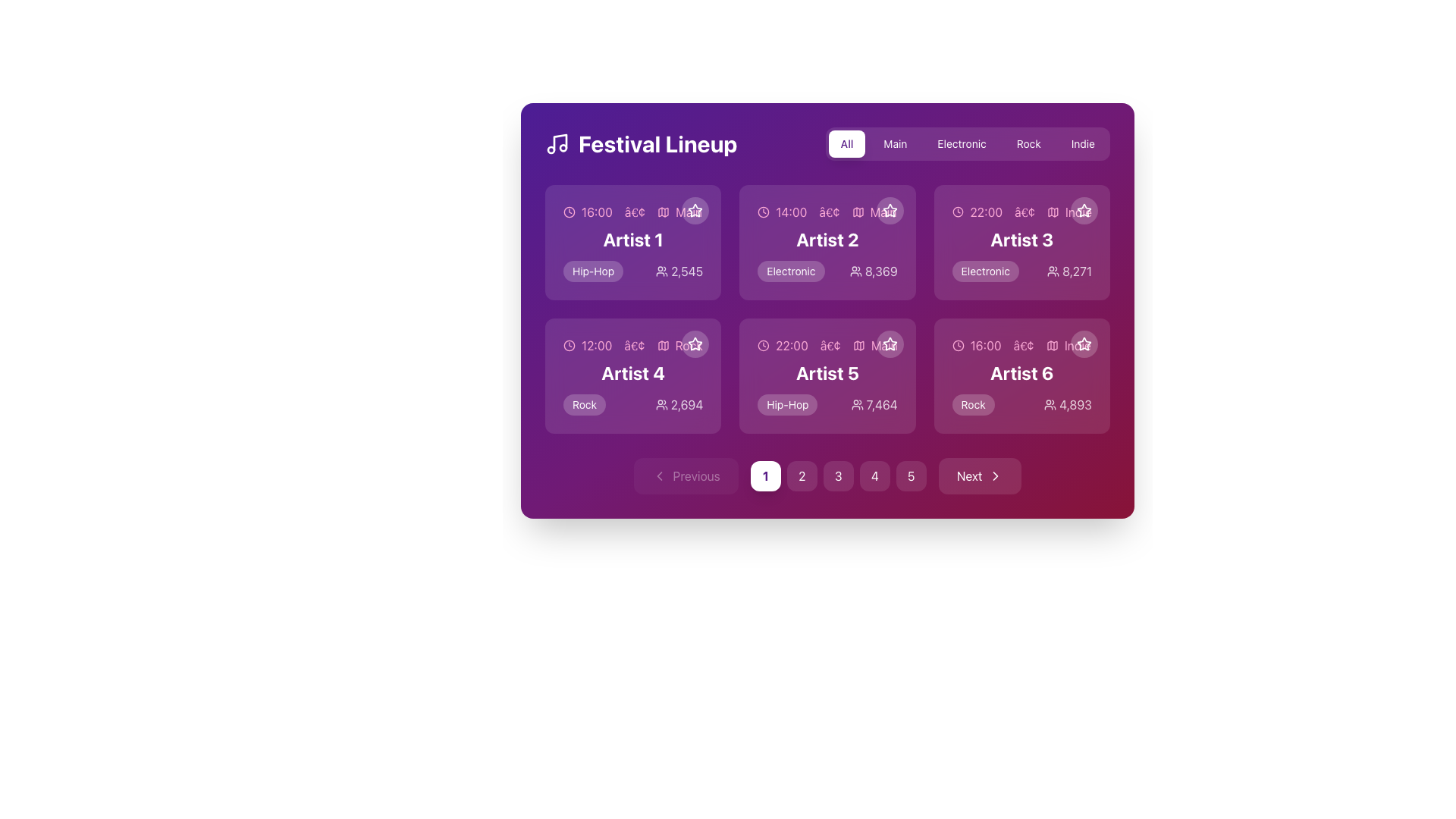  I want to click on the star icon button located in the top-right corner of the card representing 'Artist 2' to mark the artist as favorite, so click(890, 210).